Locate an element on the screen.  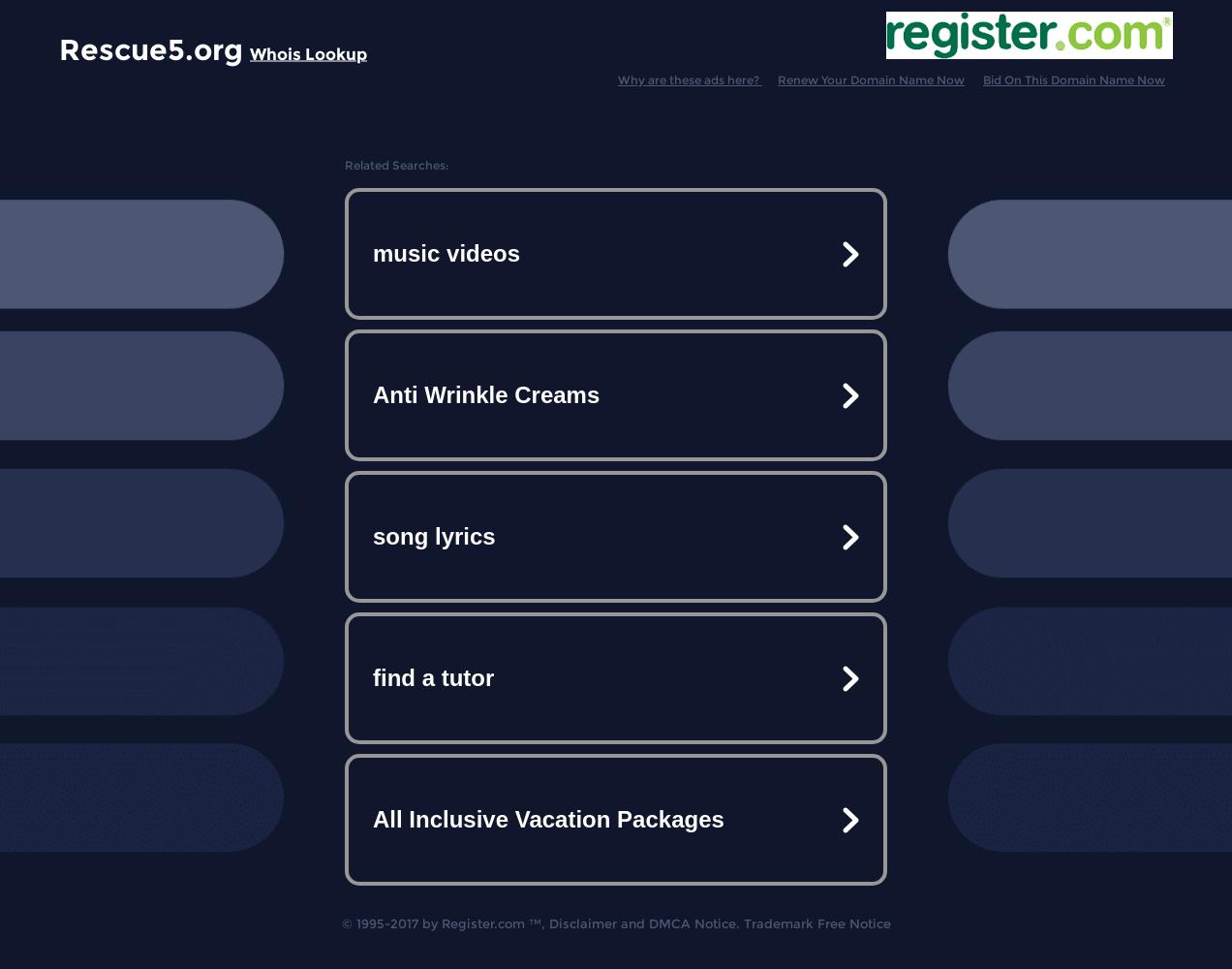
'Anti Wrinkle Creams' is located at coordinates (373, 394).